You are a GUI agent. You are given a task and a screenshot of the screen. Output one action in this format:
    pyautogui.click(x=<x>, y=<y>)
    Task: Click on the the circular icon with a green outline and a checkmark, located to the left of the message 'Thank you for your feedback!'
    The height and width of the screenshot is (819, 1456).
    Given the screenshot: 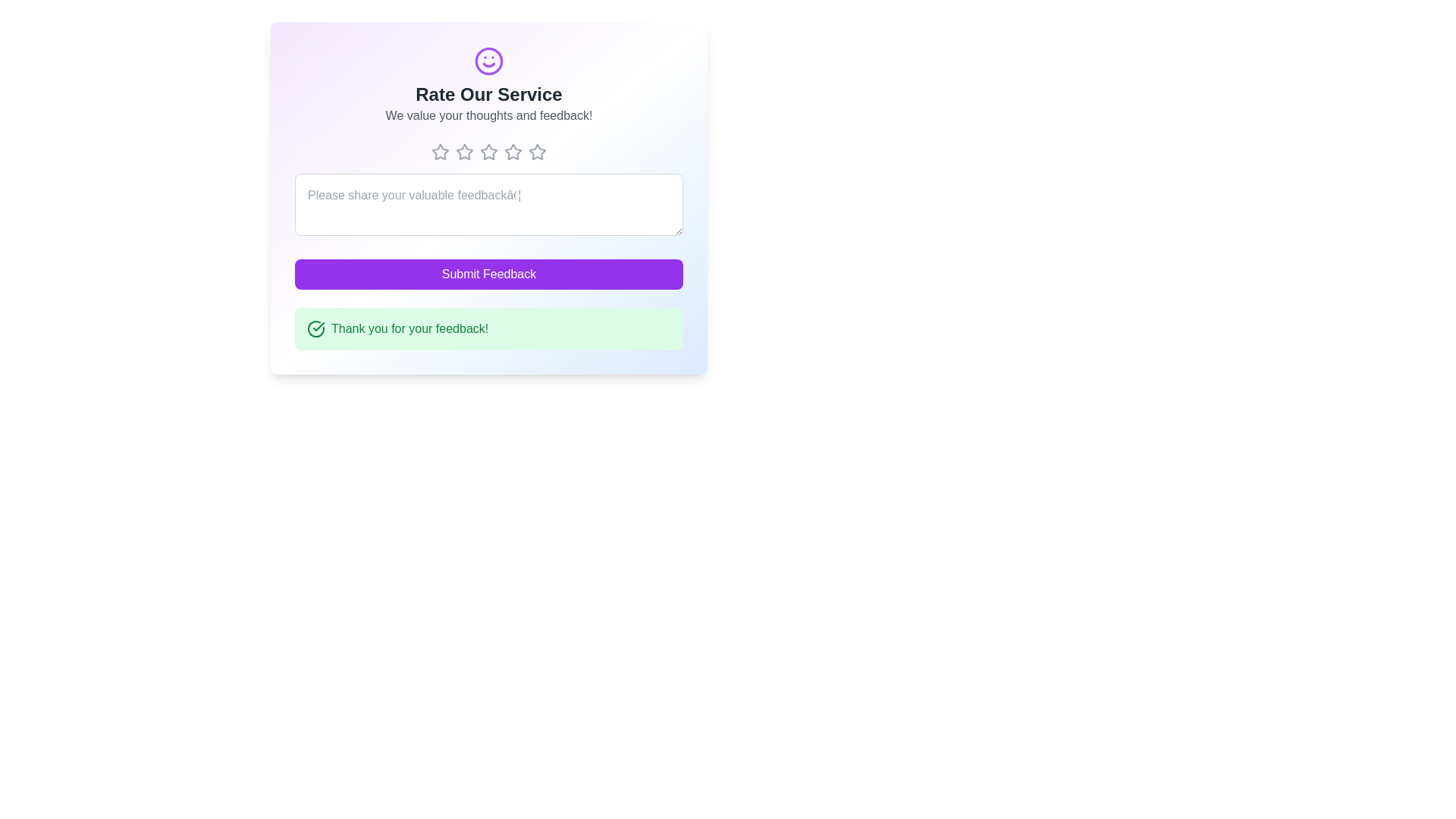 What is the action you would take?
    pyautogui.click(x=315, y=328)
    